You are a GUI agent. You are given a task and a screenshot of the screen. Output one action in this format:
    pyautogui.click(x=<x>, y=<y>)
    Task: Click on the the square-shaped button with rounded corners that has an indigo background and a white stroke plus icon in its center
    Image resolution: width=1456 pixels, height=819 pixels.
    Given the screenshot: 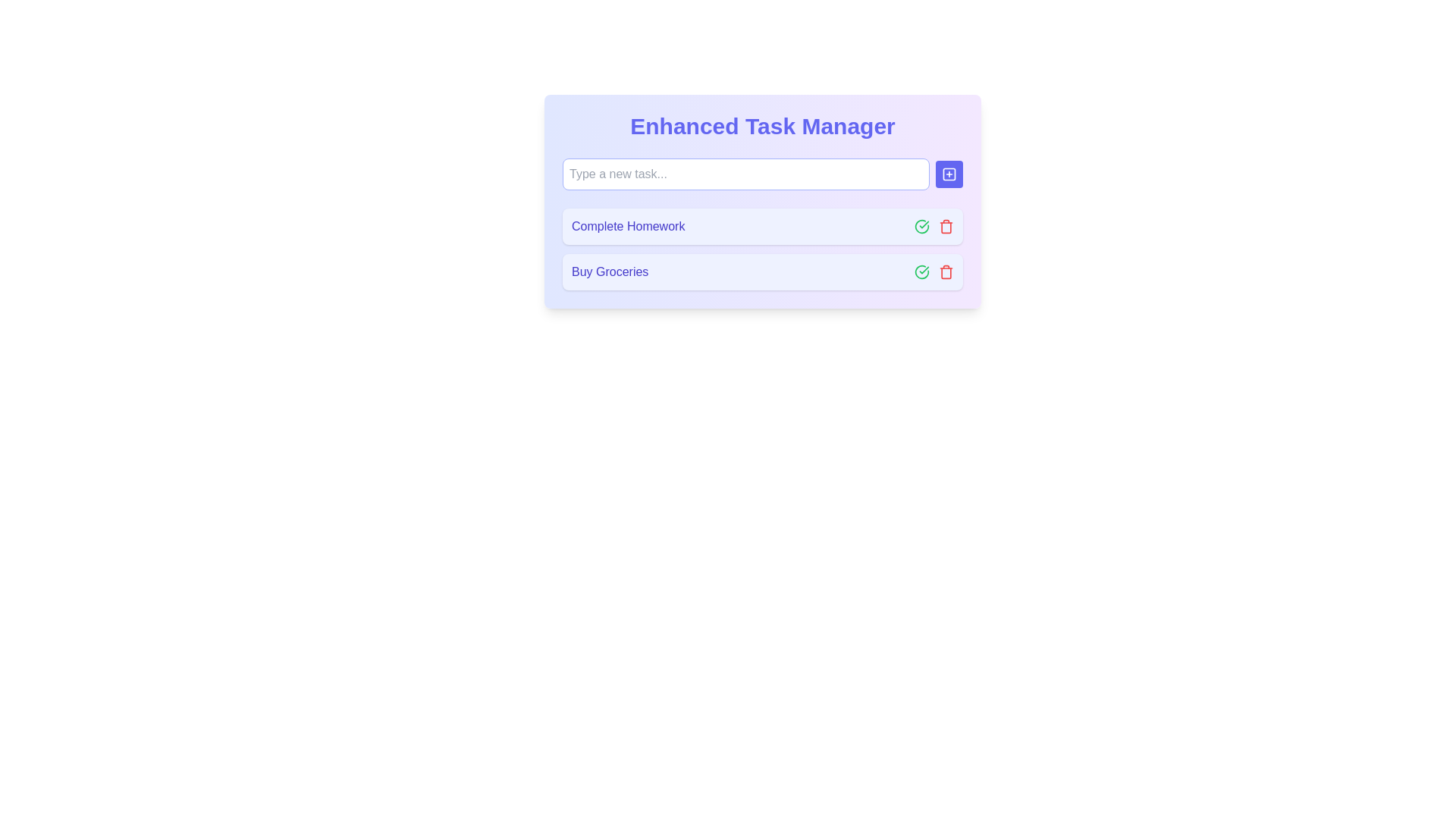 What is the action you would take?
    pyautogui.click(x=949, y=174)
    